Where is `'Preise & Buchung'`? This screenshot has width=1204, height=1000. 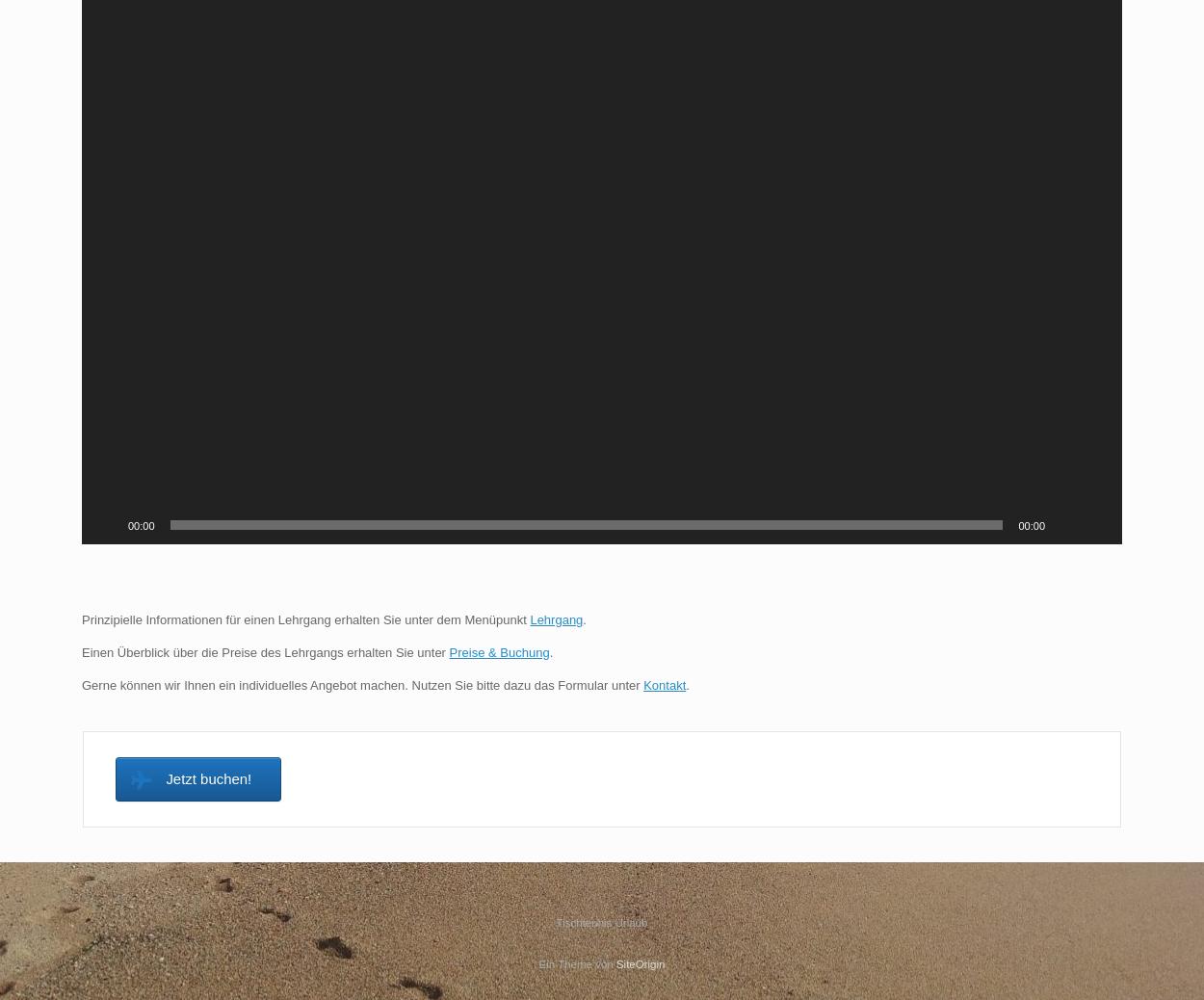
'Preise & Buchung' is located at coordinates (499, 651).